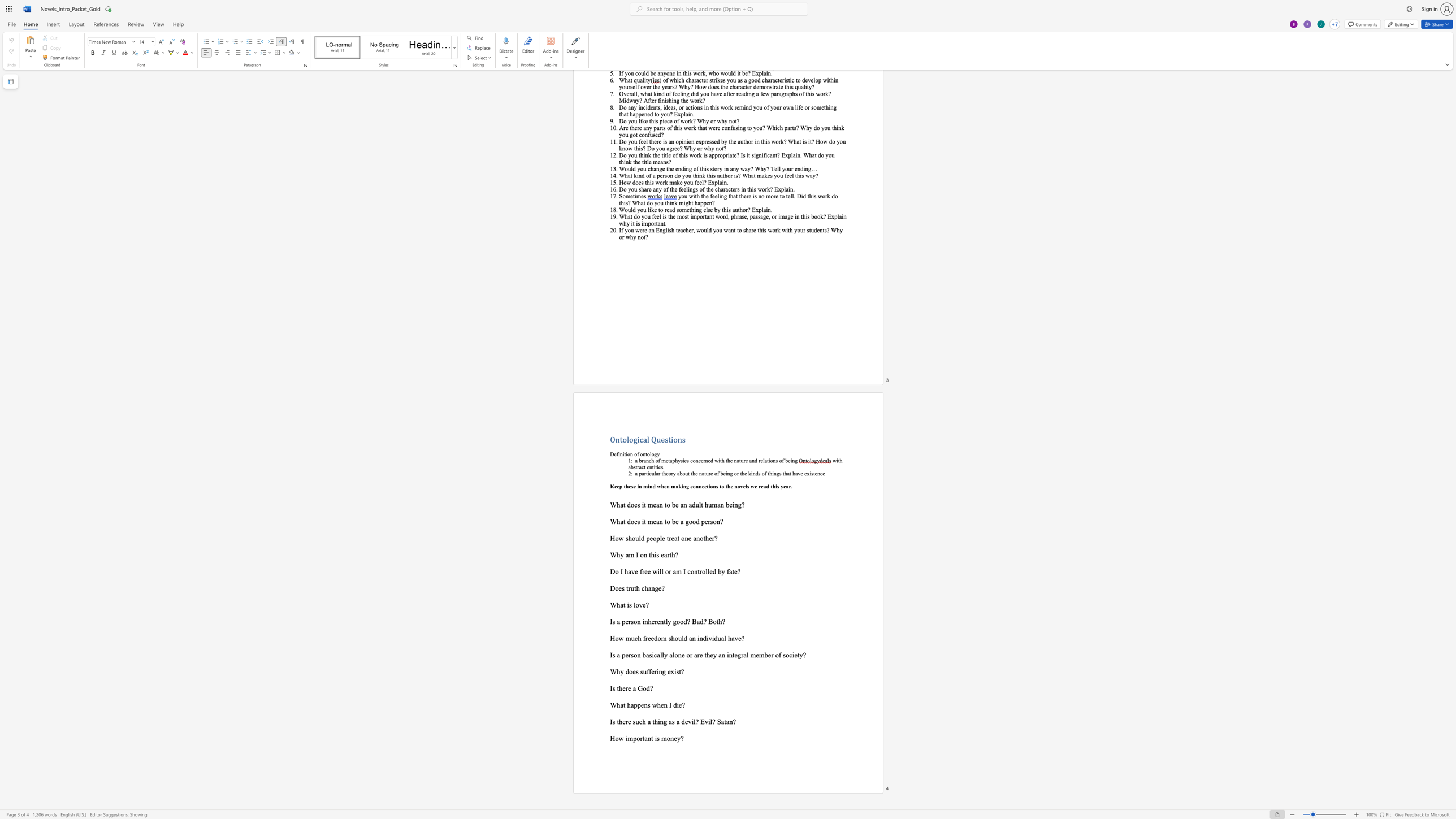 This screenshot has height=819, width=1456. Describe the element at coordinates (623, 604) in the screenshot. I see `the space between the continuous character "a" and "t" in the text` at that location.